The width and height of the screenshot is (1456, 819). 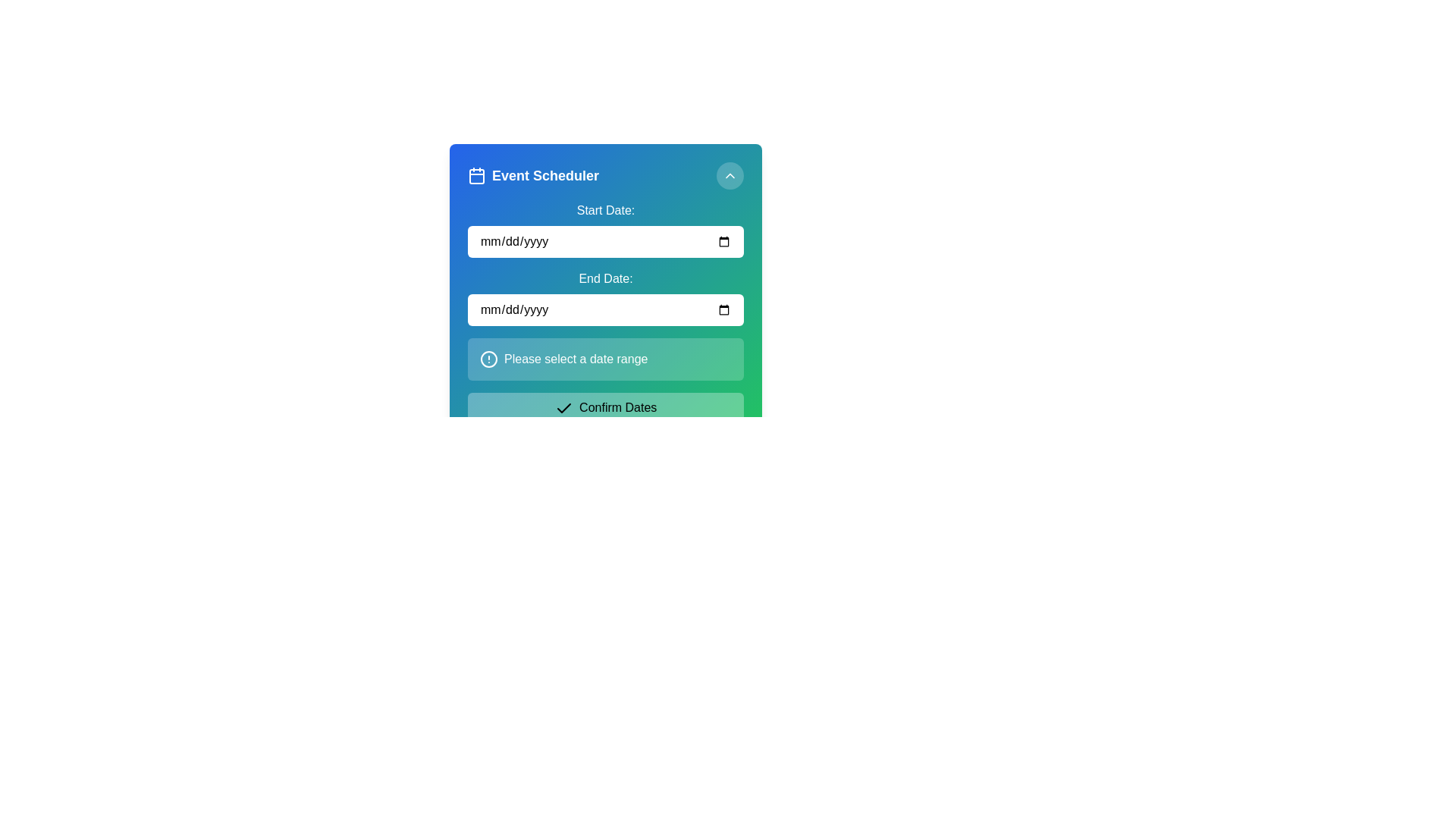 What do you see at coordinates (488, 359) in the screenshot?
I see `the icon located to the left of the text 'Please select a date range' within a notification component, which serves as a visual indicator of importance` at bounding box center [488, 359].